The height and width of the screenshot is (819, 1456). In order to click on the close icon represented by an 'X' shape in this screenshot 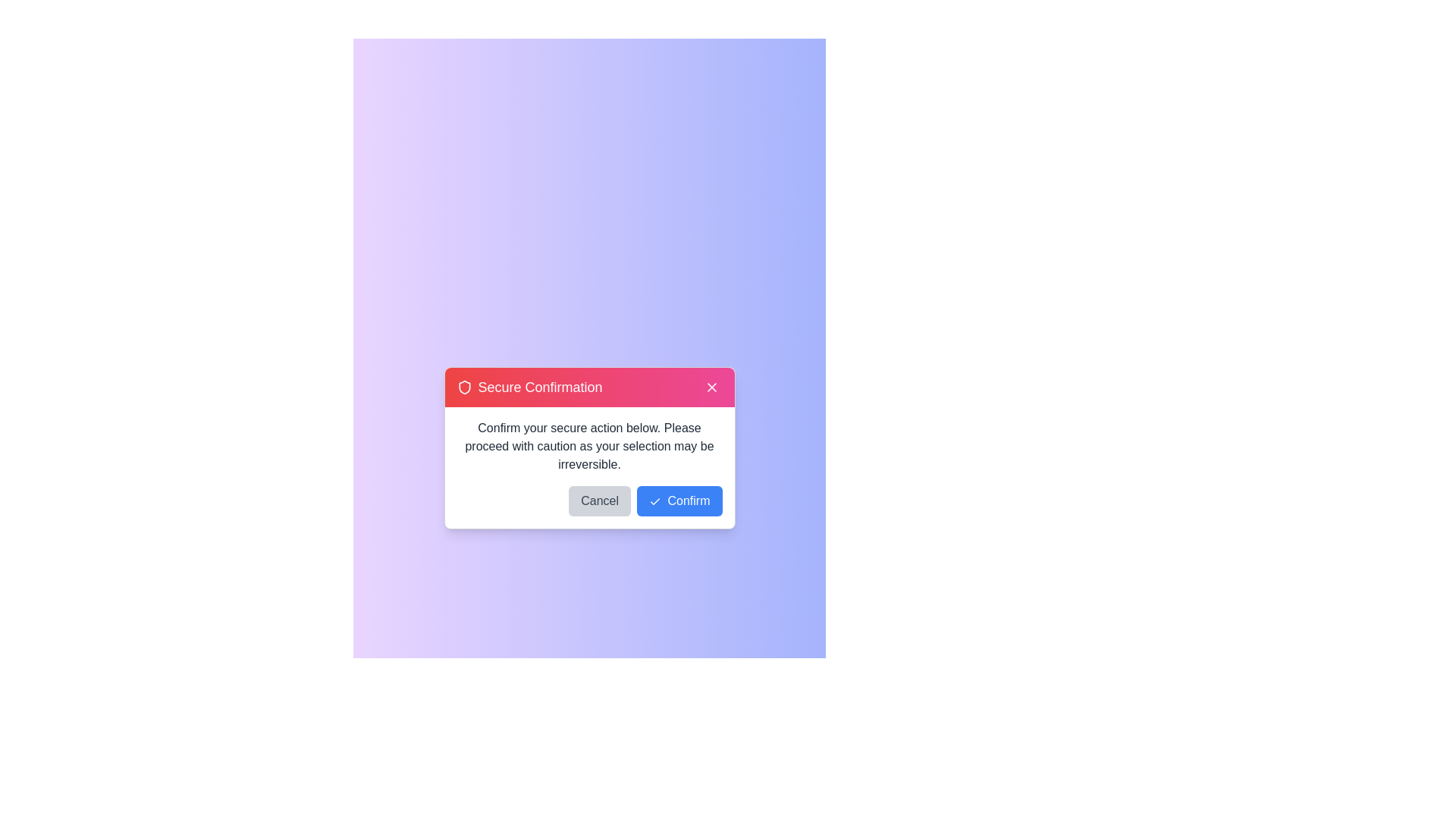, I will do `click(711, 386)`.